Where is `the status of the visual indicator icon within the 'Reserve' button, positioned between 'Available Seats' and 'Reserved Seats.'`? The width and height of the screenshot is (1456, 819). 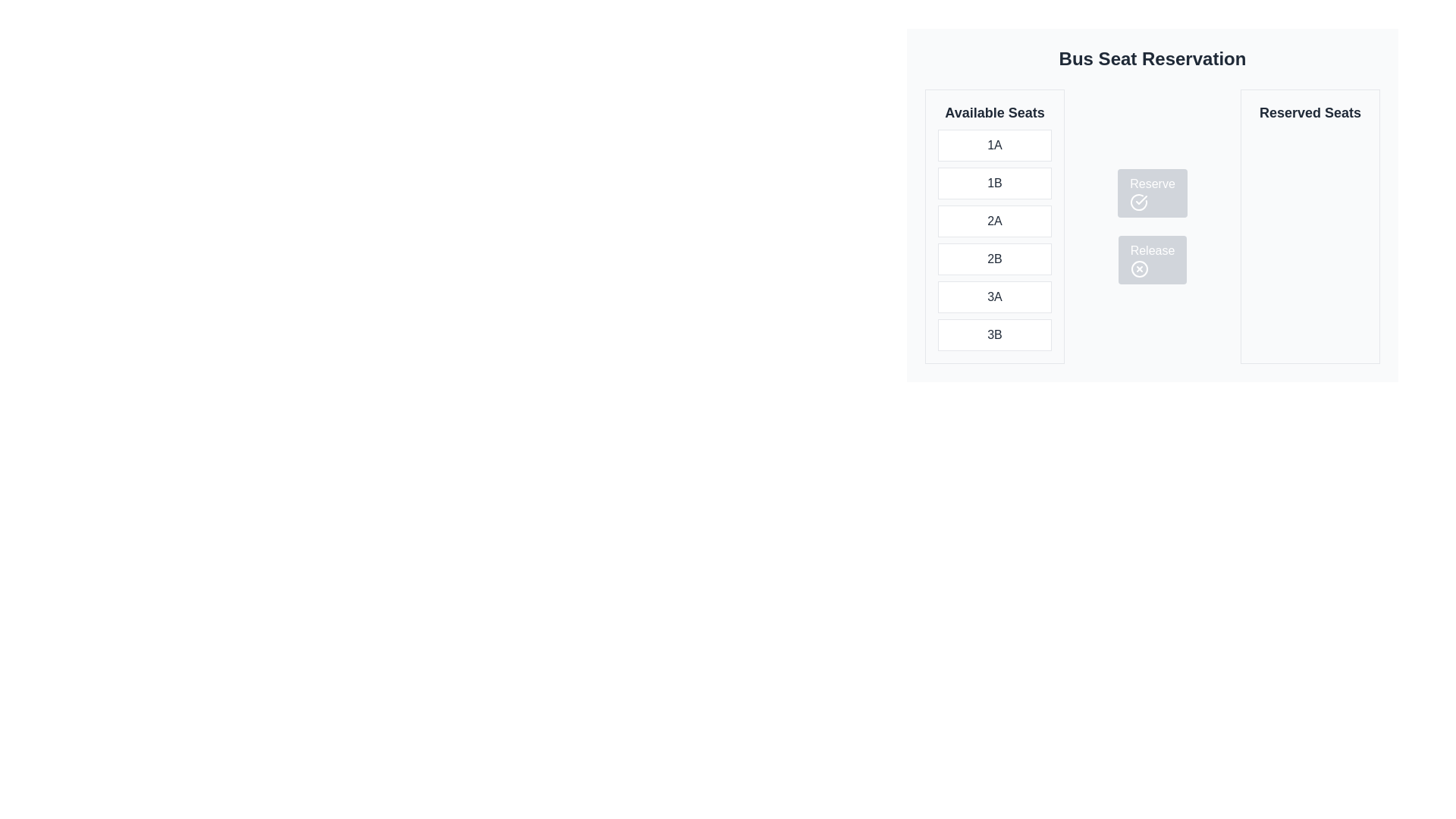 the status of the visual indicator icon within the 'Reserve' button, positioned between 'Available Seats' and 'Reserved Seats.' is located at coordinates (1139, 201).